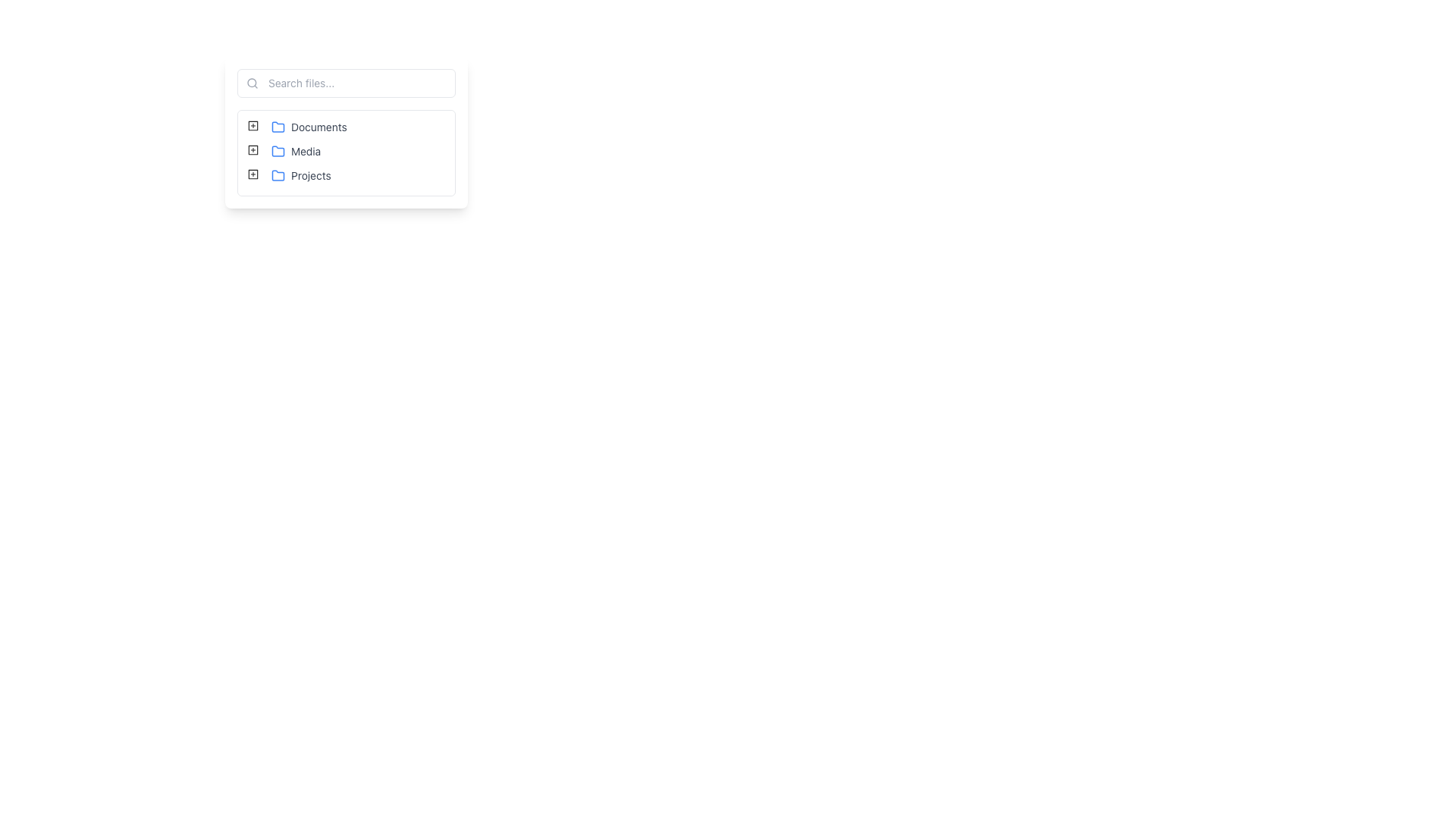 The image size is (1456, 819). I want to click on the 'Projects' text label, so click(301, 174).